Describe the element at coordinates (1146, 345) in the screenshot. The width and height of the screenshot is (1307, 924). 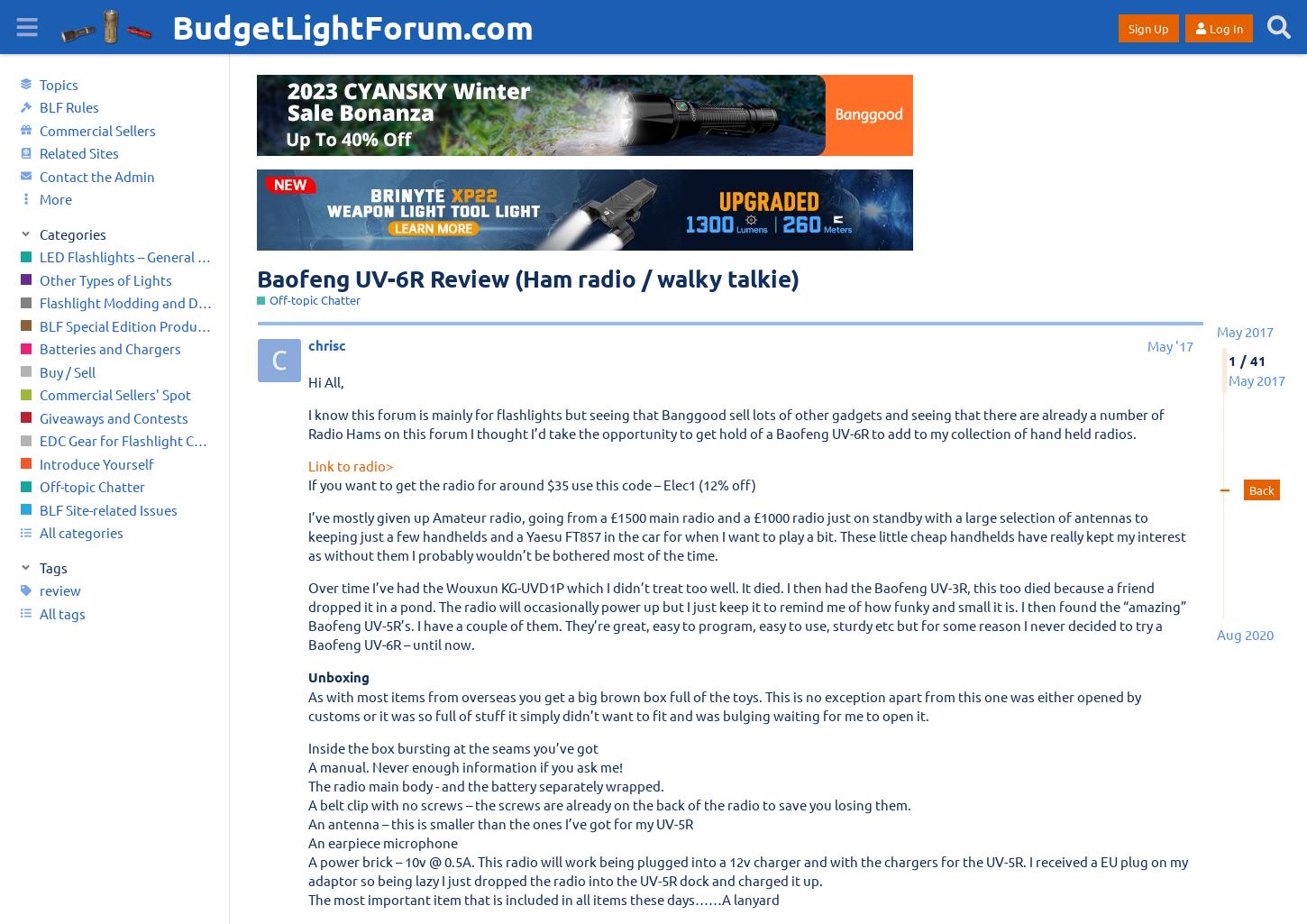
I see `'May '17'` at that location.